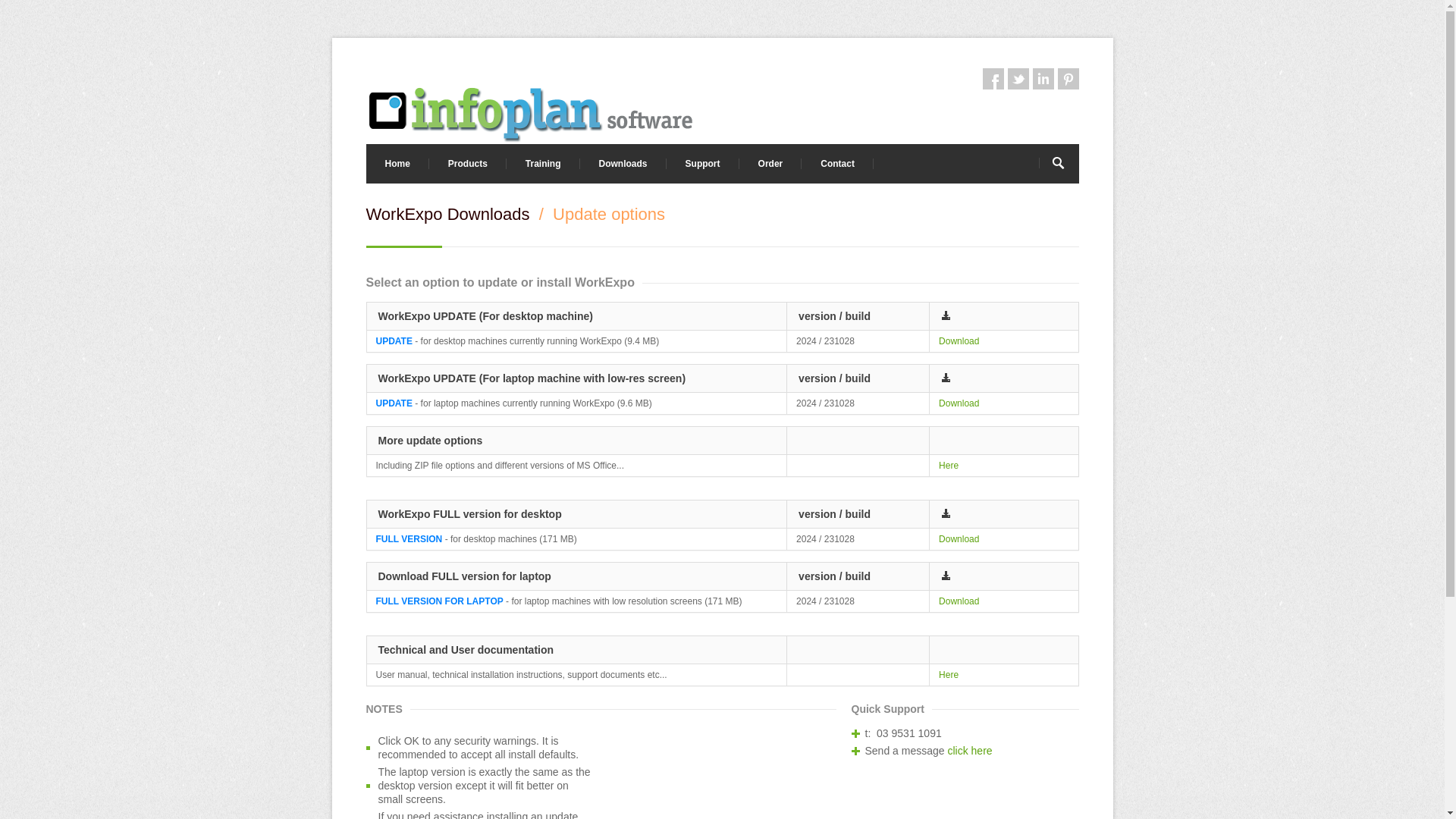  I want to click on 'Training', so click(543, 164).